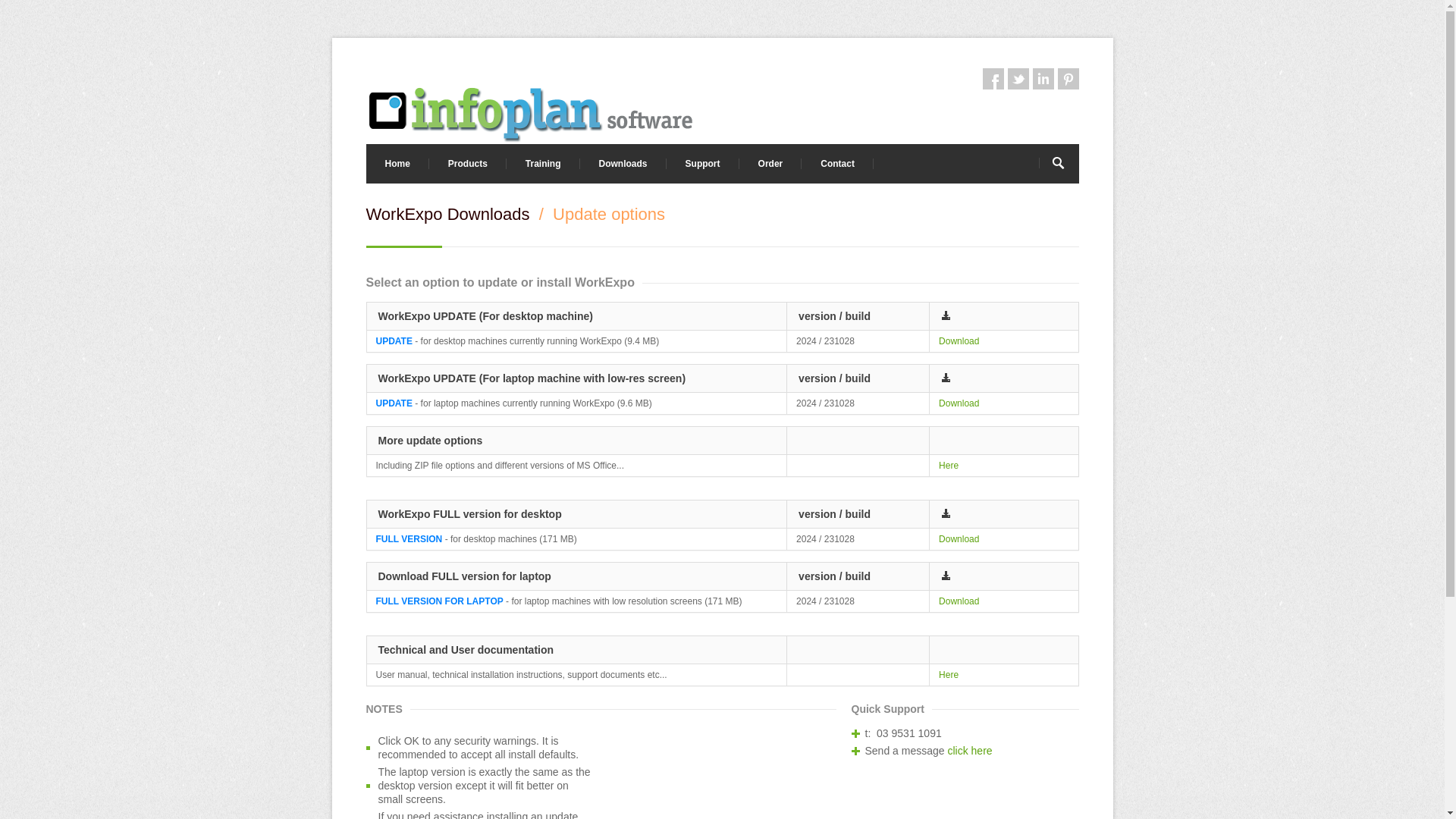  I want to click on 'Training', so click(543, 164).